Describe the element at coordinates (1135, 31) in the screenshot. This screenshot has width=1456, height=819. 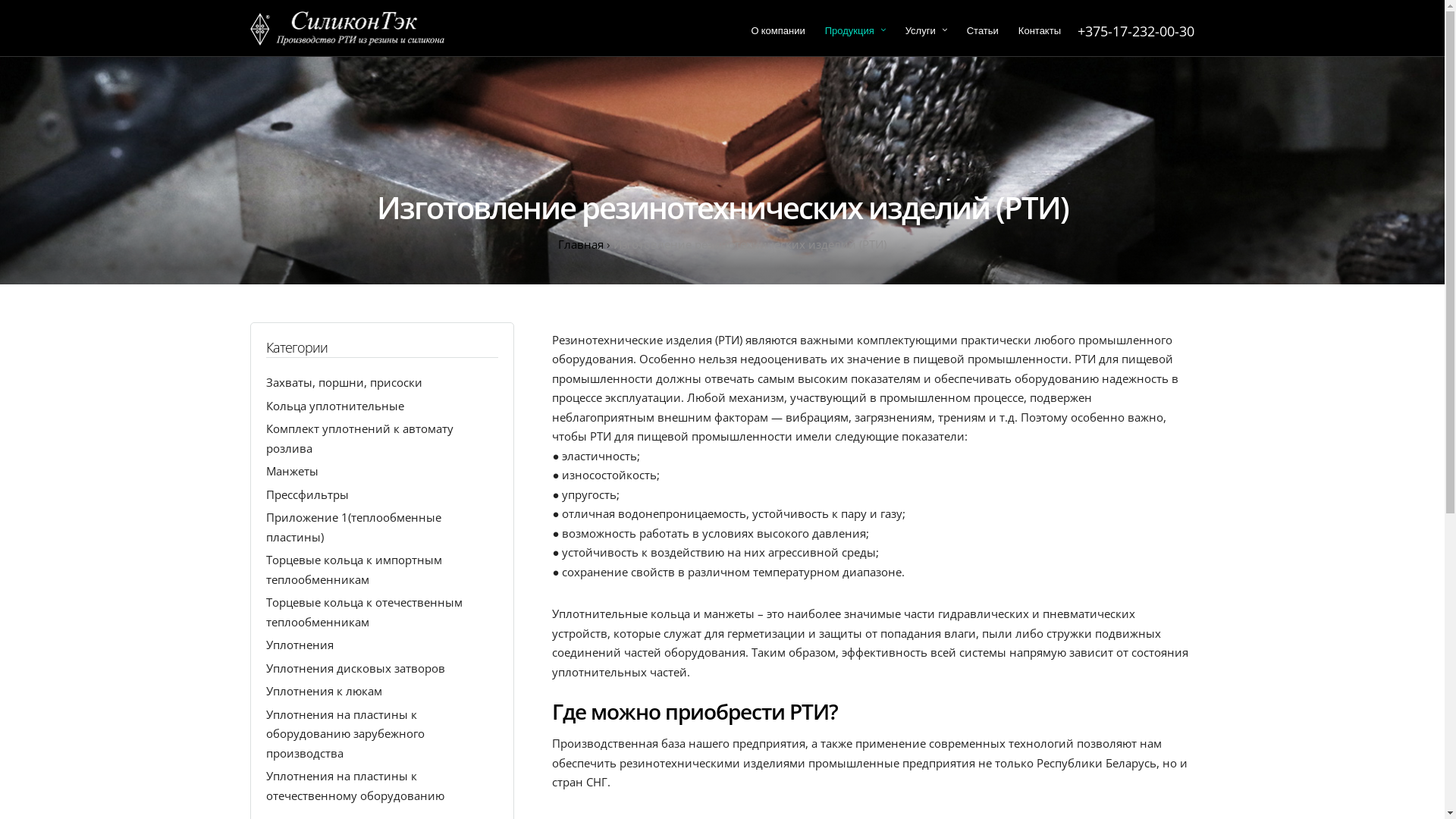
I see `'+375-17-232-00-30'` at that location.